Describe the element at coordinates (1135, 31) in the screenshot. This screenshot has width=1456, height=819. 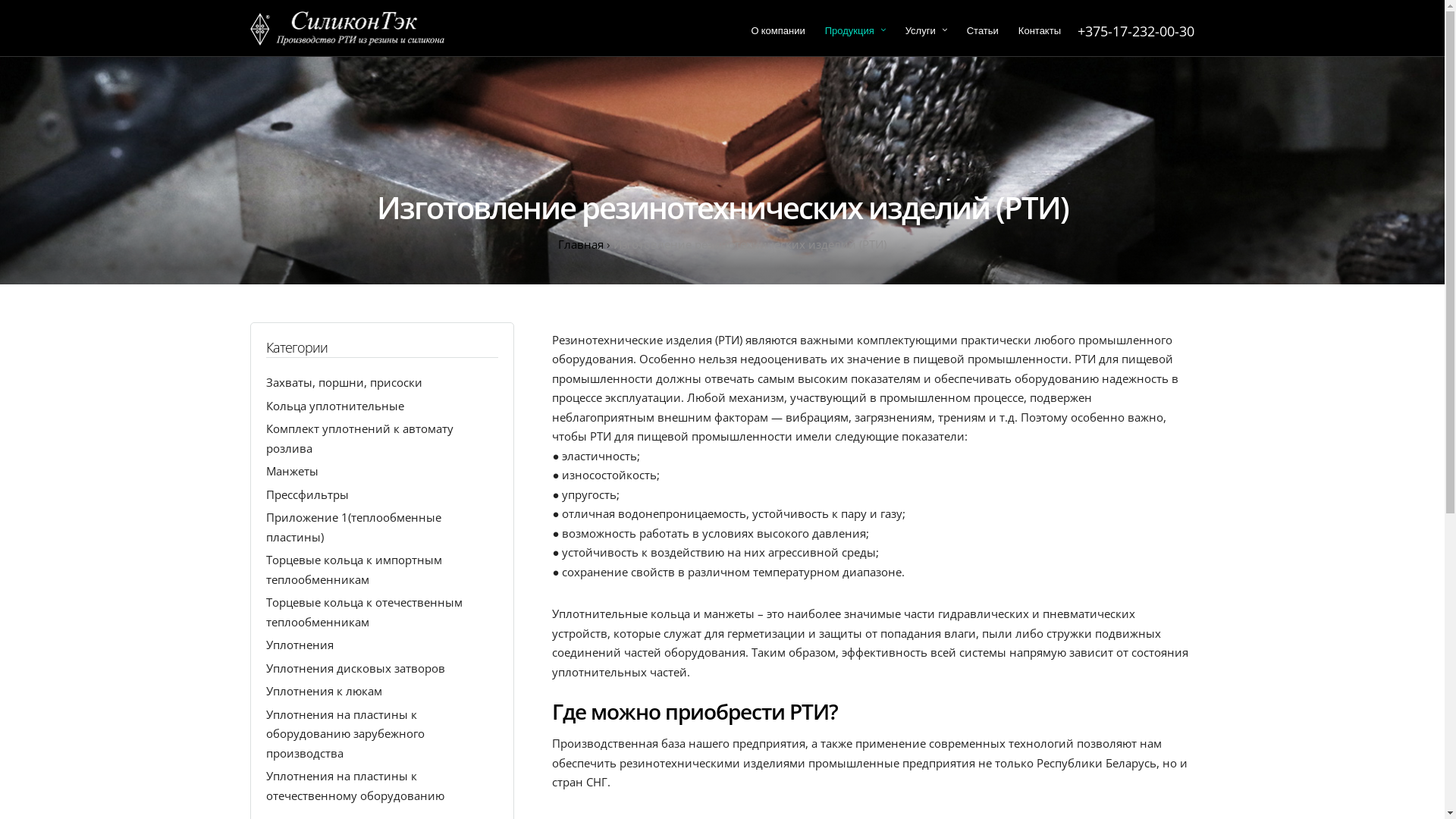
I see `'+375-17-232-00-30'` at that location.